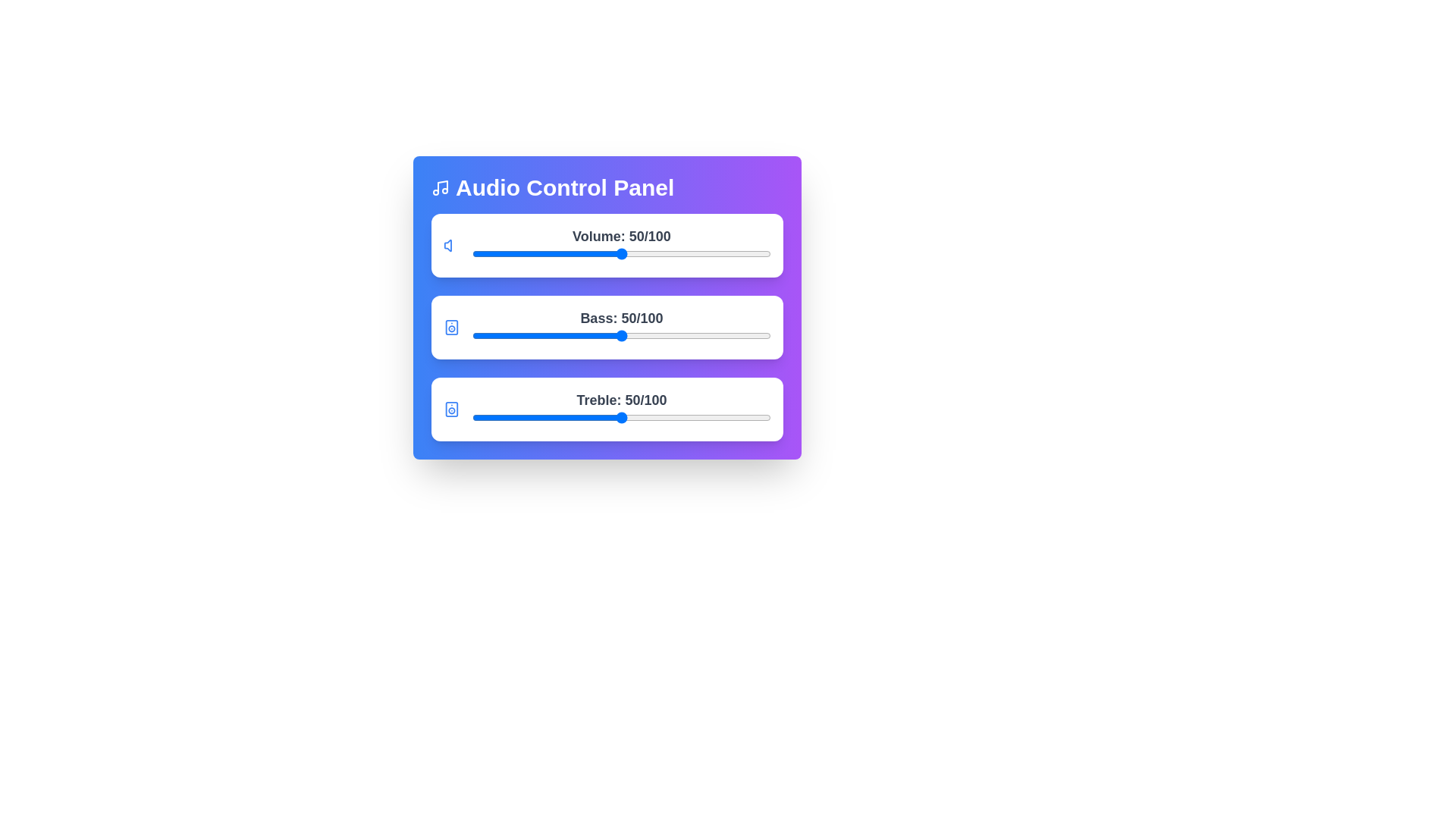 The height and width of the screenshot is (819, 1456). Describe the element at coordinates (505, 335) in the screenshot. I see `the bass slider to 11` at that location.